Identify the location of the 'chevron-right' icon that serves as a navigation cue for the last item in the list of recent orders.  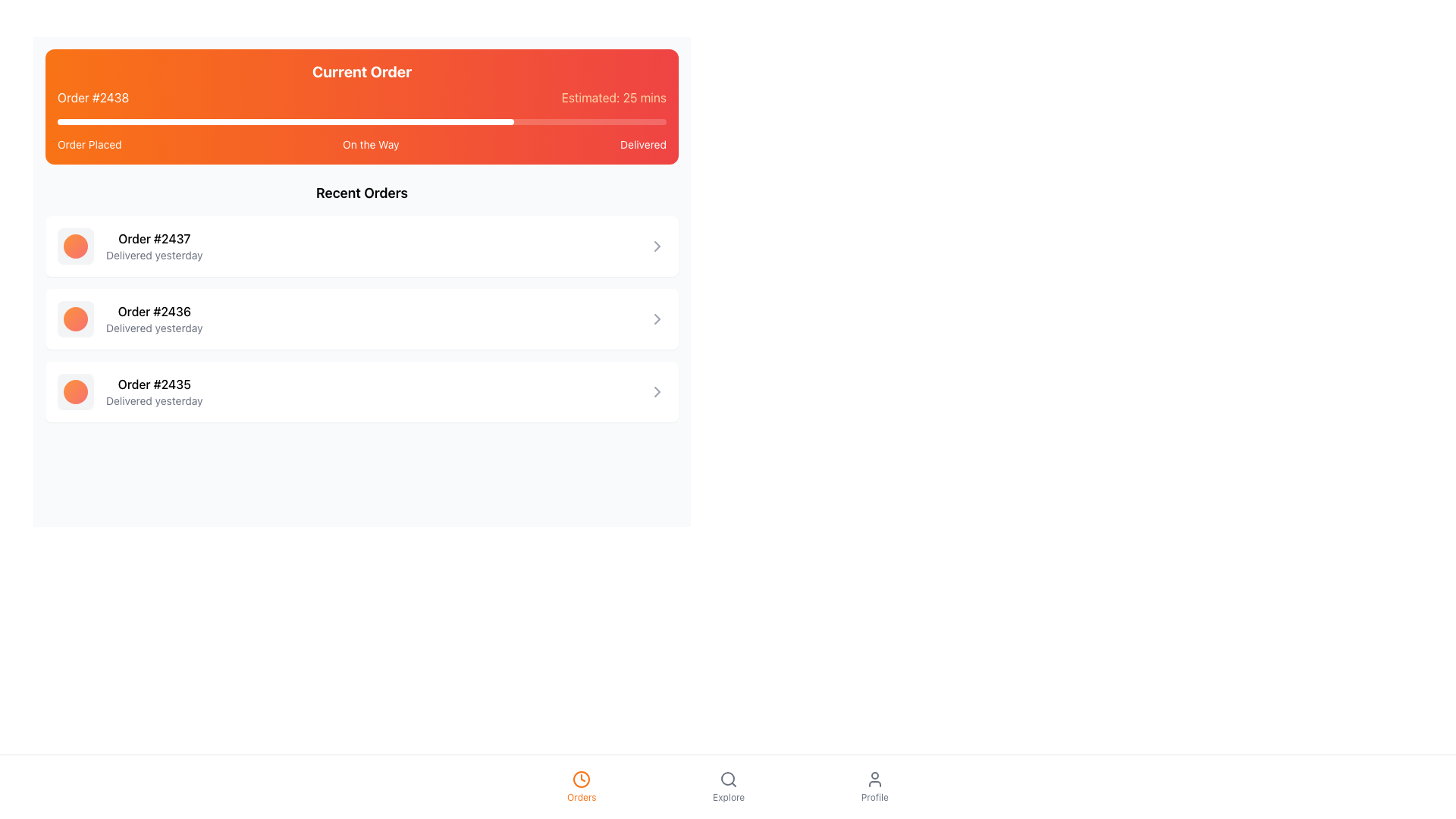
(657, 391).